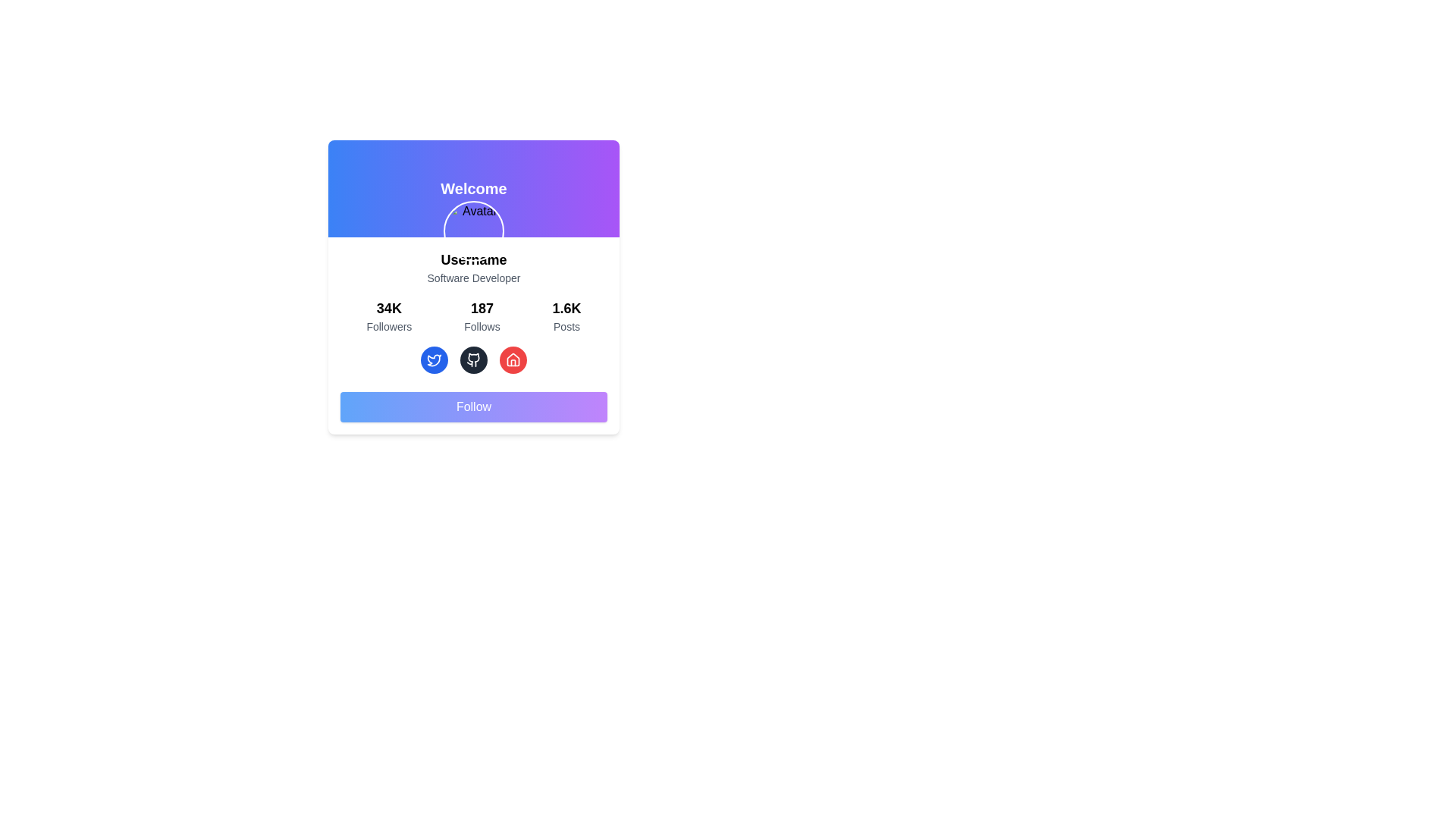  Describe the element at coordinates (389, 326) in the screenshot. I see `the label indicating the number of followers, located under the text '34K' in the Followers section of the profile statistics panel` at that location.